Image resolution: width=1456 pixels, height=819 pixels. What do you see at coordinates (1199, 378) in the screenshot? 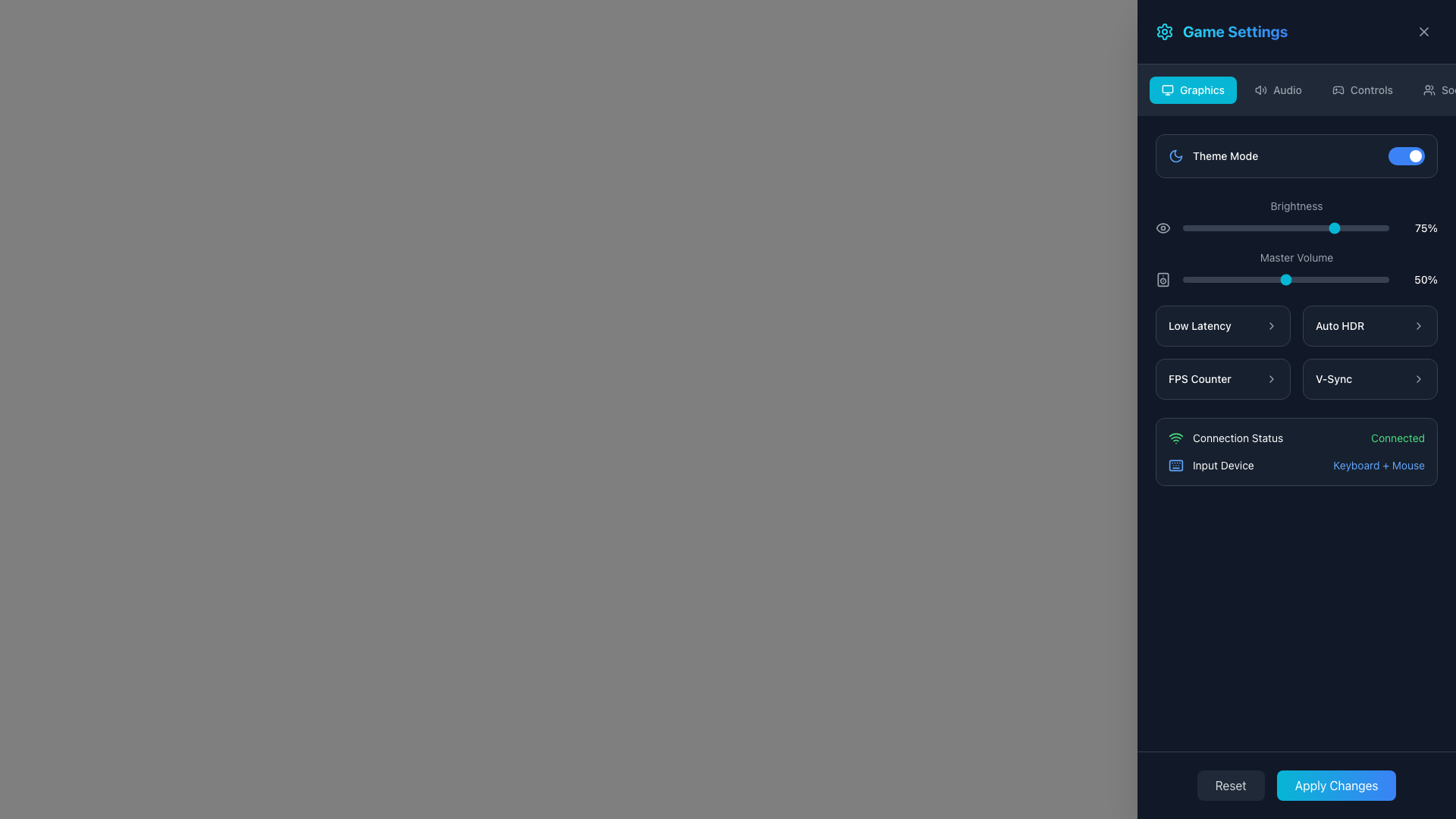
I see `the setting represented by the 'FPS Counter' label, which is a text label styled in a light color against a dark background, positioned between 'Auto HDR' and 'V-Sync' options in the game settings interface` at bounding box center [1199, 378].